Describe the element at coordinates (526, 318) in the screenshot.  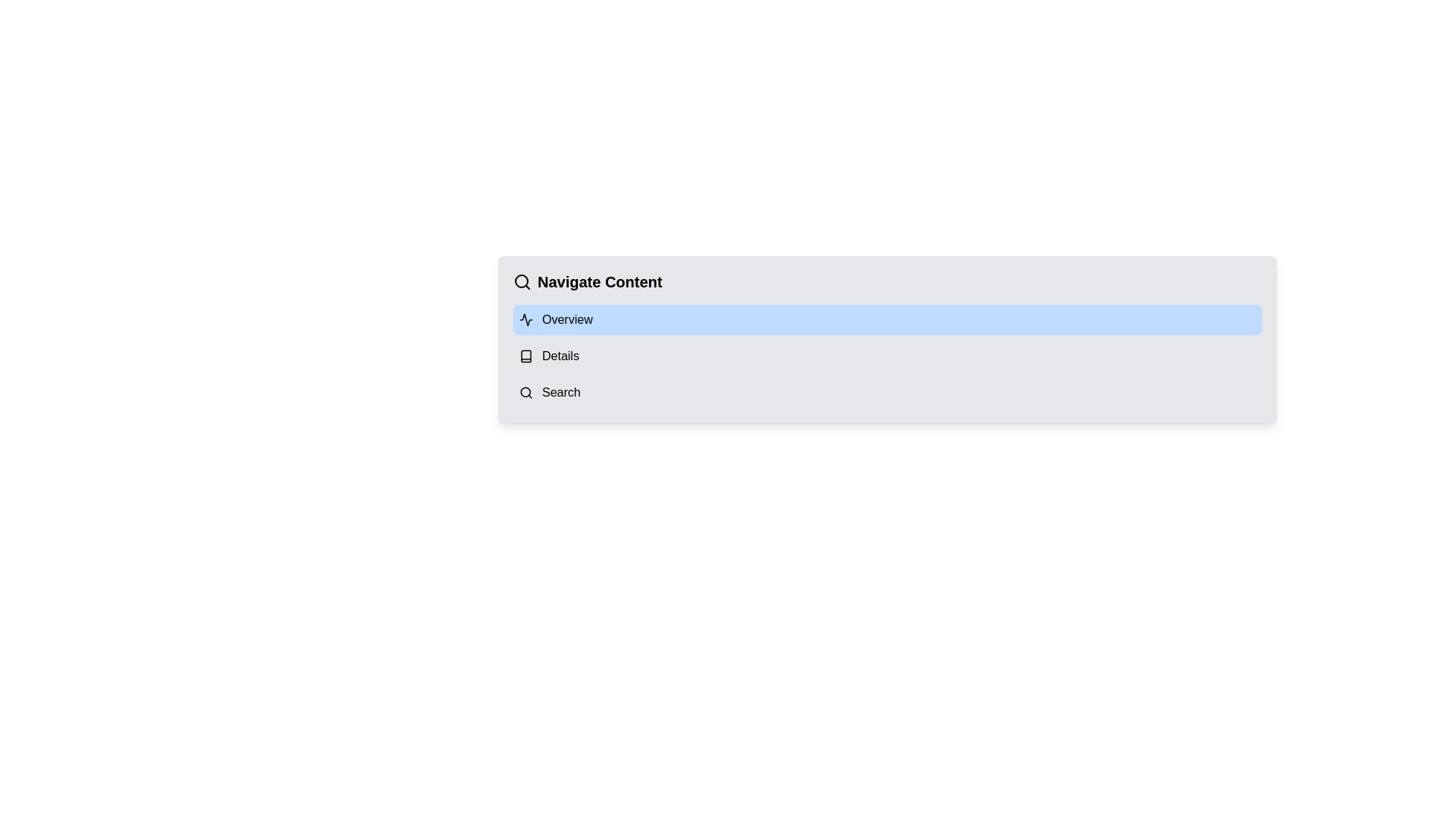
I see `the SVG icon representing an activity-related design, located to the left of the text 'Overview' in the navigation panel` at that location.